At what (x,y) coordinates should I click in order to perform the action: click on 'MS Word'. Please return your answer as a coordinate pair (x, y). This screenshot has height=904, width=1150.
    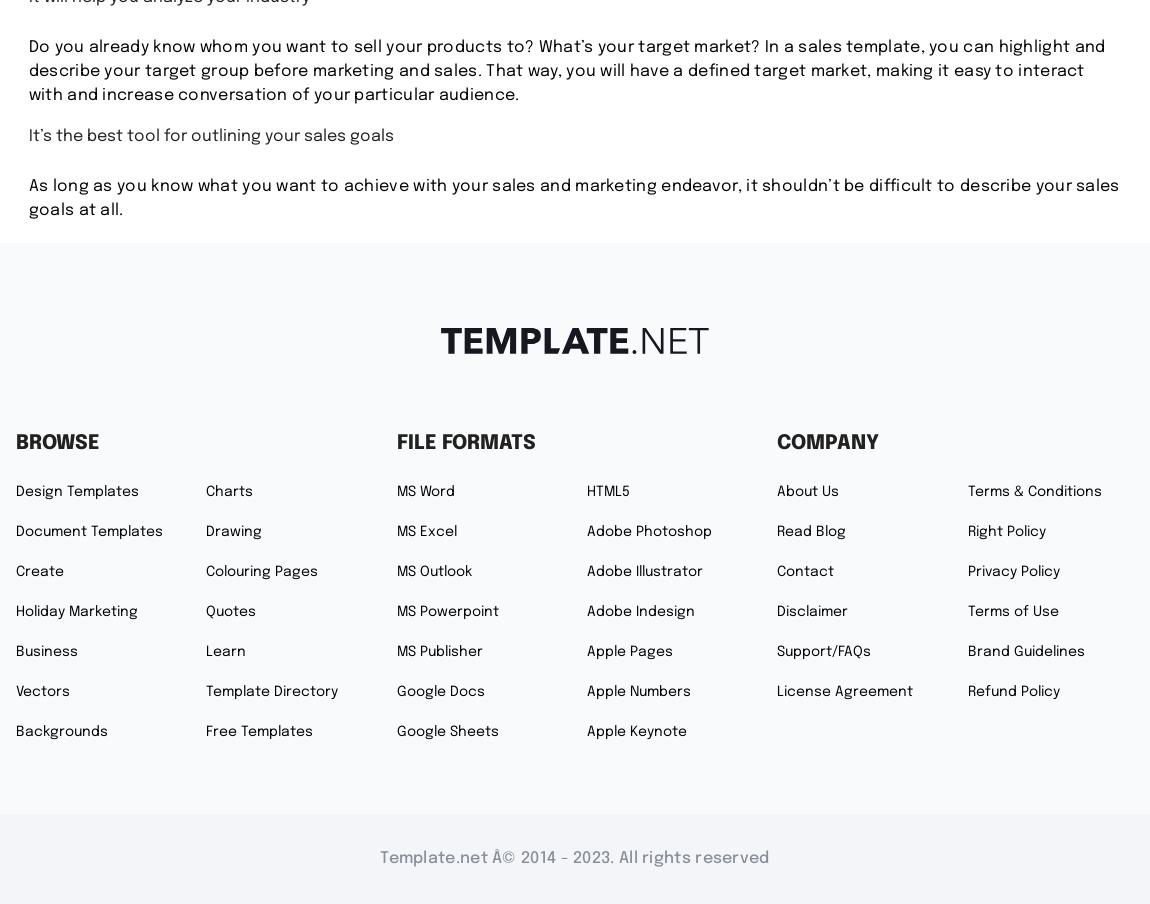
    Looking at the image, I should click on (425, 490).